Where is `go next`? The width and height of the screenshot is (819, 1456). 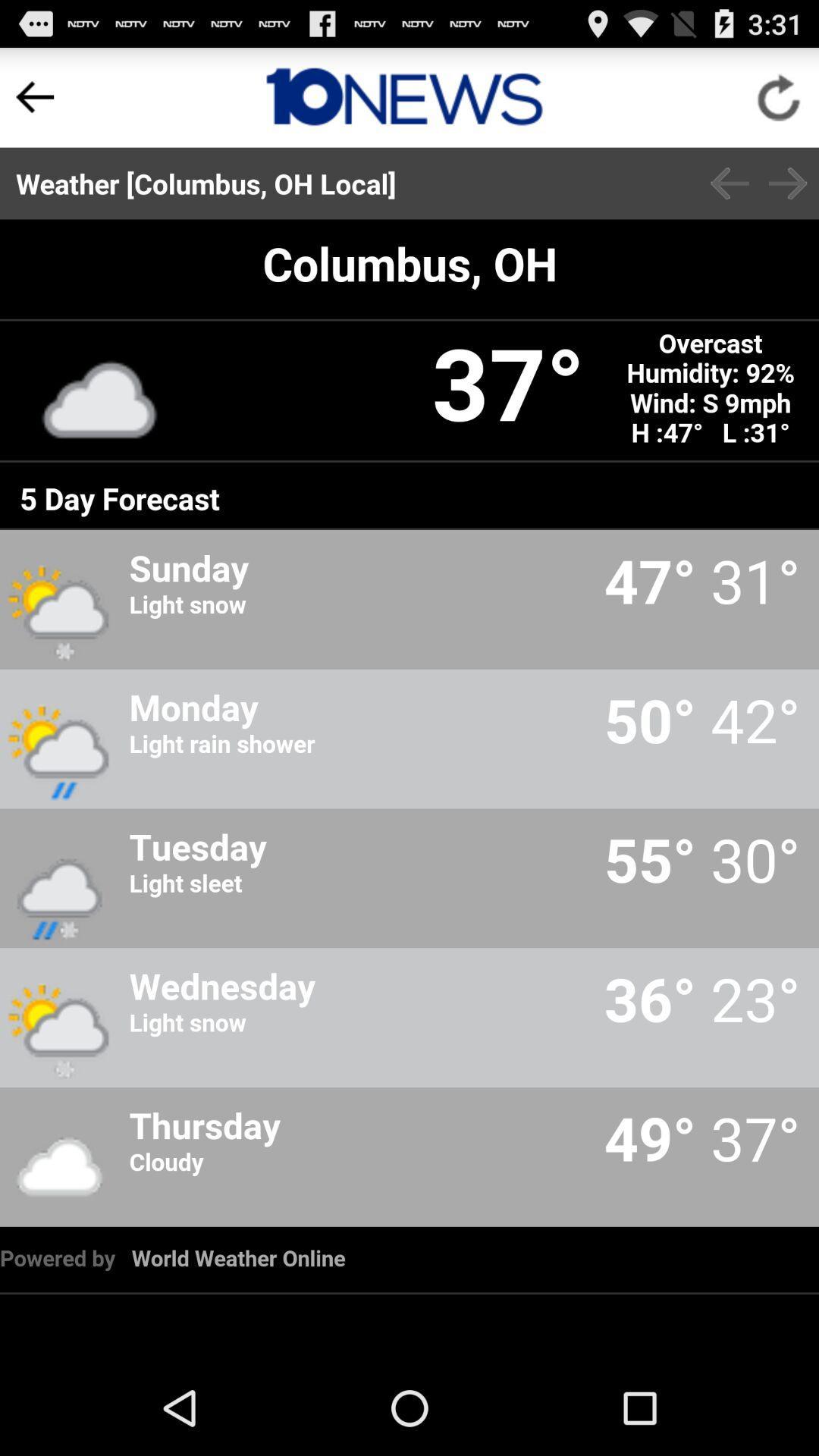
go next is located at coordinates (787, 183).